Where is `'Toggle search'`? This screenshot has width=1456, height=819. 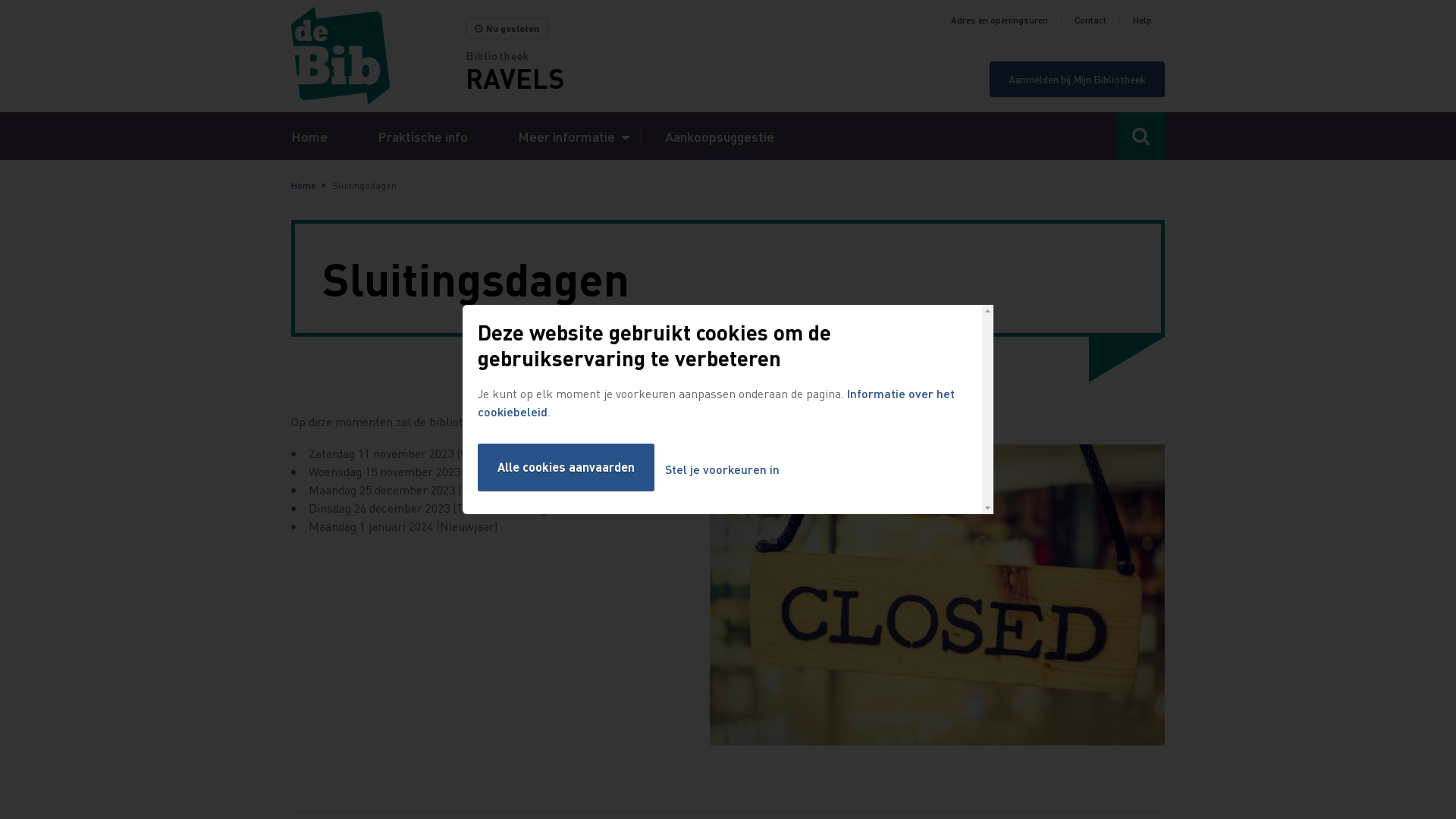
'Toggle search' is located at coordinates (1141, 135).